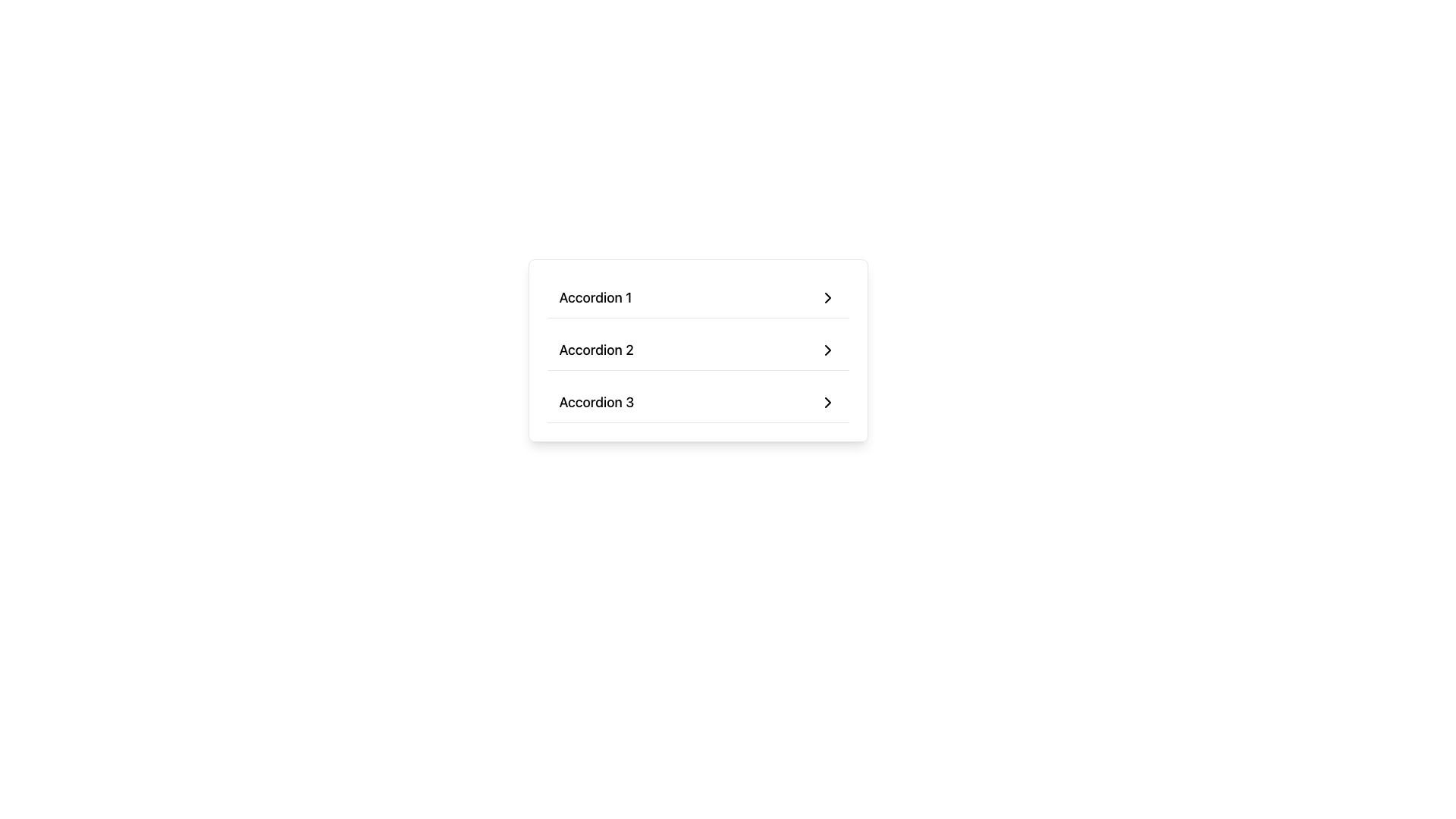 The image size is (1456, 819). What do you see at coordinates (827, 402) in the screenshot?
I see `the icon indicating the expansion of the 'Accordion 3' section for additional visual feedback` at bounding box center [827, 402].